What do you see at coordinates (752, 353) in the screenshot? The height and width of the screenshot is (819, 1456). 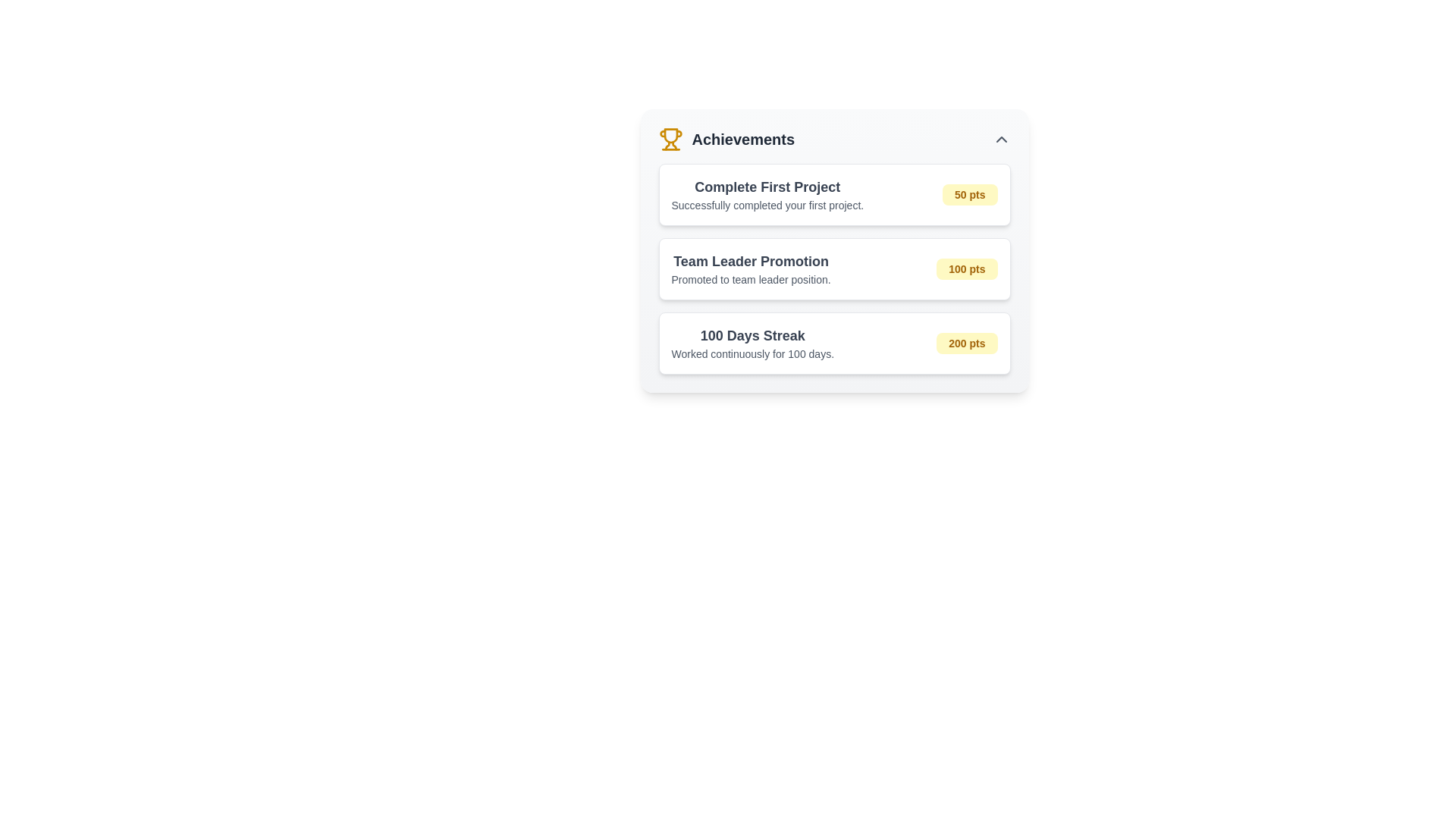 I see `the text label providing additional information regarding the '100 Days Streak' achievement, located beneath the heading in the 'Achievements' section` at bounding box center [752, 353].